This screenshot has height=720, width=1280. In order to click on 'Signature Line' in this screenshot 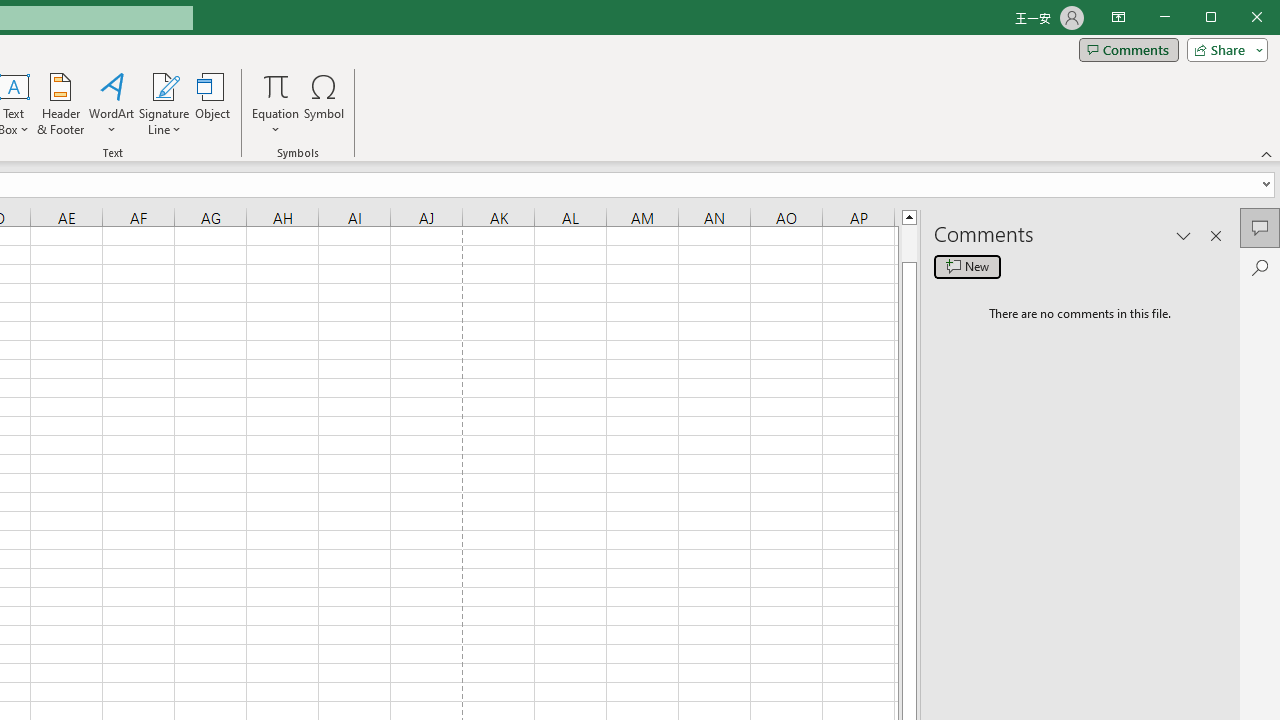, I will do `click(164, 104)`.